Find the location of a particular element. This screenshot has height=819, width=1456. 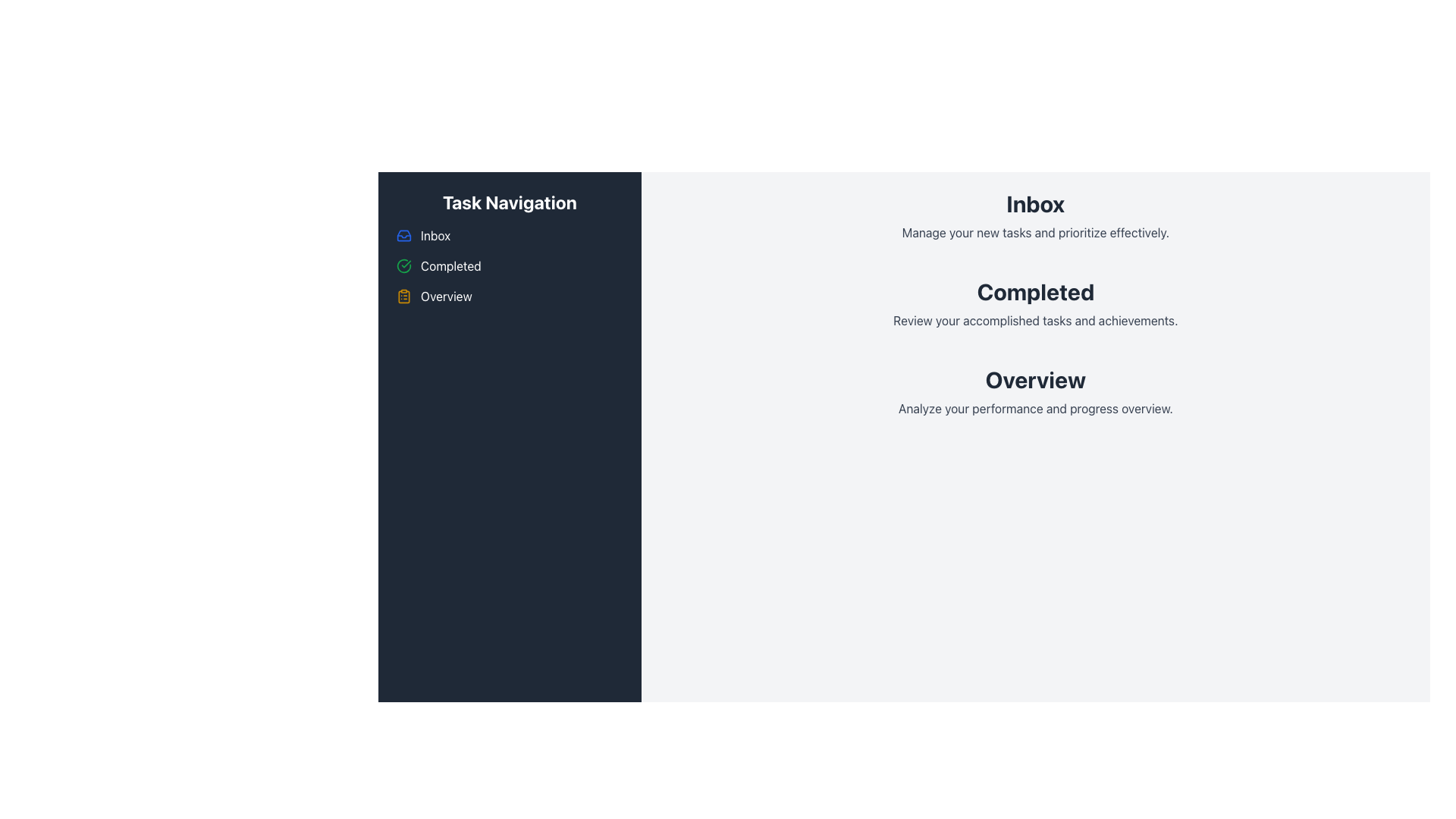

the circular green checkmark icon indicating a completed status, located in the left navigation panel next to the 'Completed' text label is located at coordinates (403, 265).